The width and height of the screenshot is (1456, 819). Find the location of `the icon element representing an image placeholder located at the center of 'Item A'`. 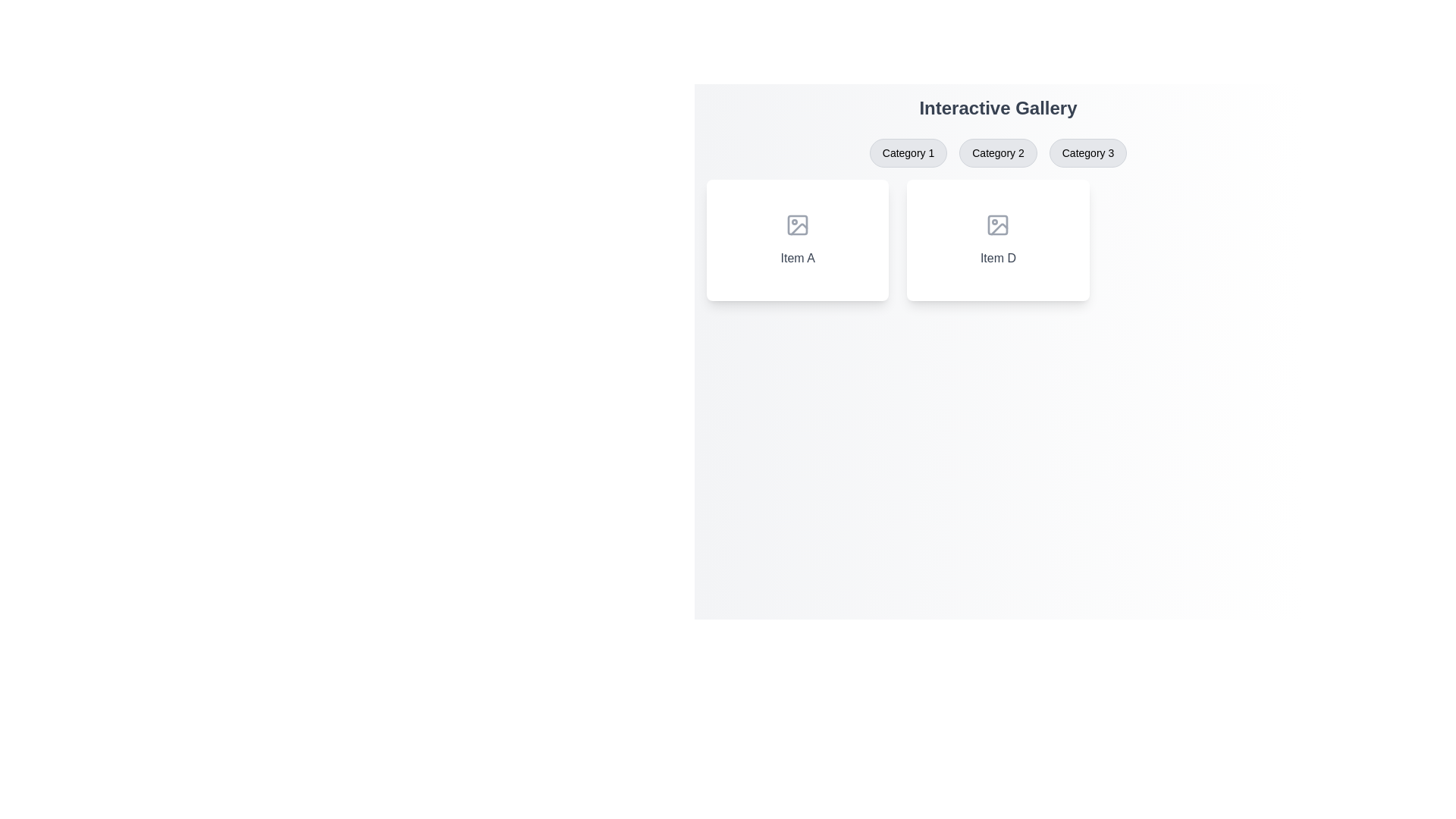

the icon element representing an image placeholder located at the center of 'Item A' is located at coordinates (797, 225).